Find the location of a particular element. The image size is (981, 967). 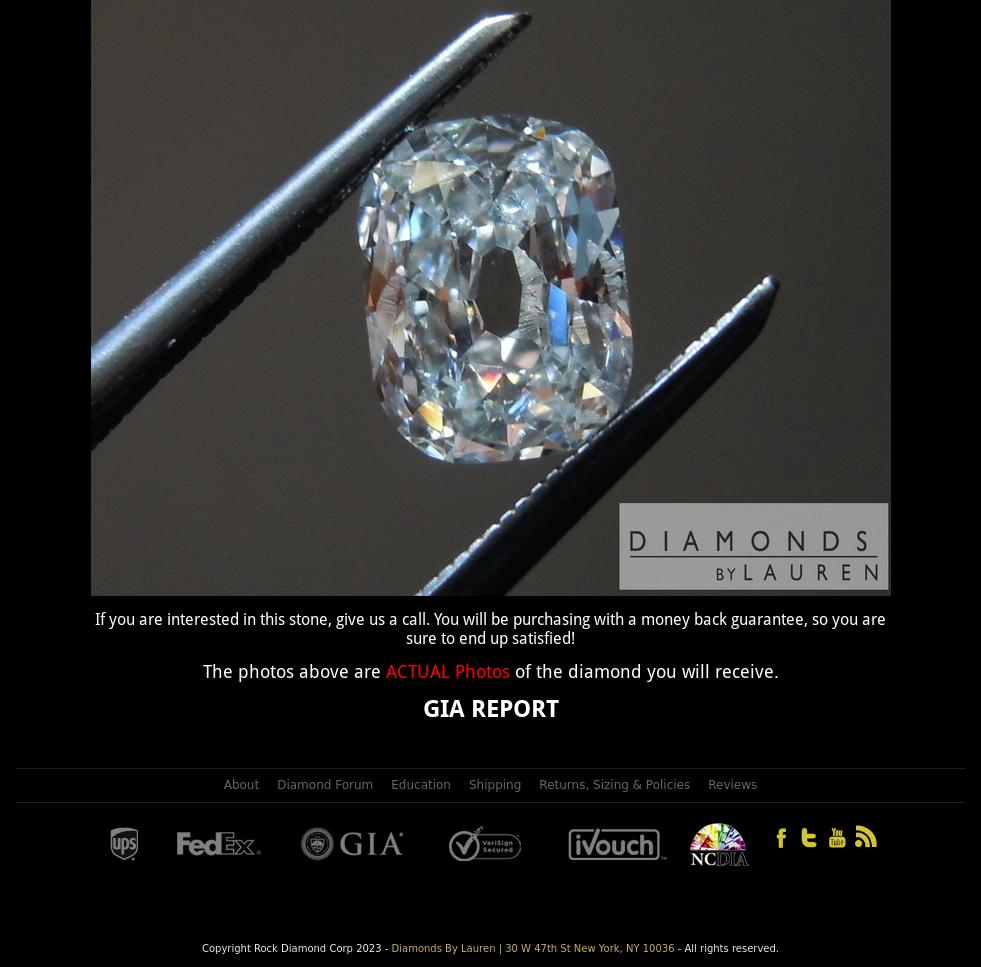

'Reviews' is located at coordinates (732, 783).